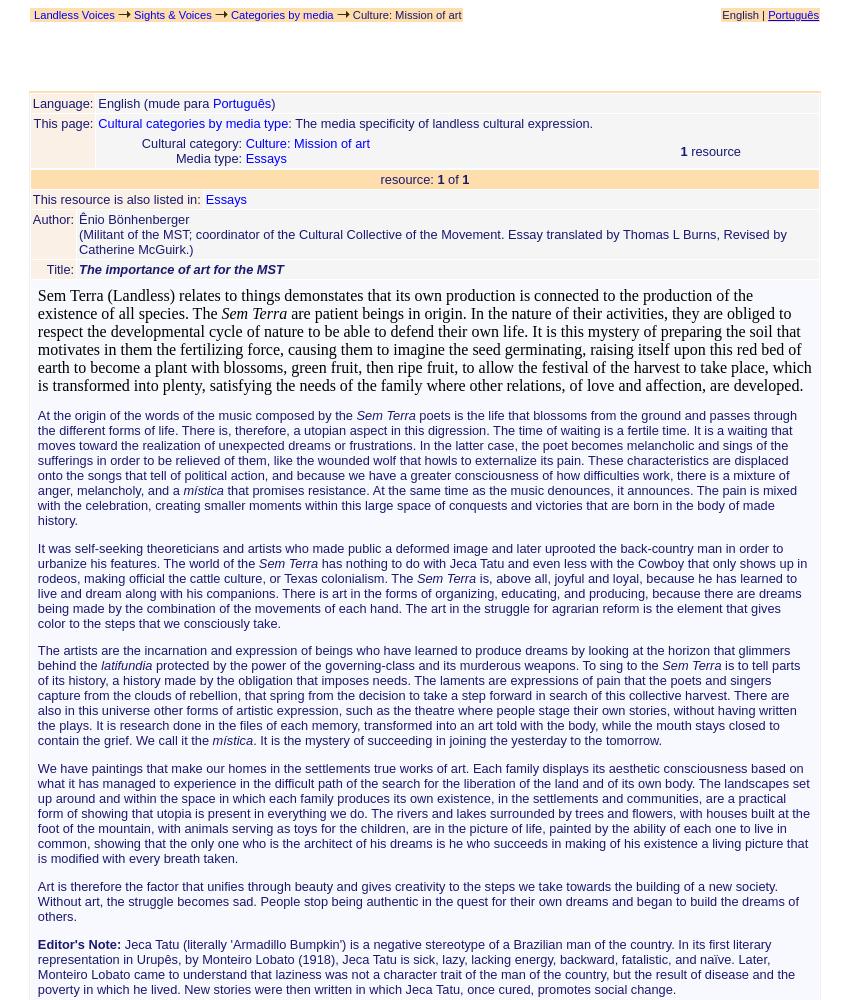 The height and width of the screenshot is (1000, 850). I want to click on 'Landless Voices', so click(71, 15).